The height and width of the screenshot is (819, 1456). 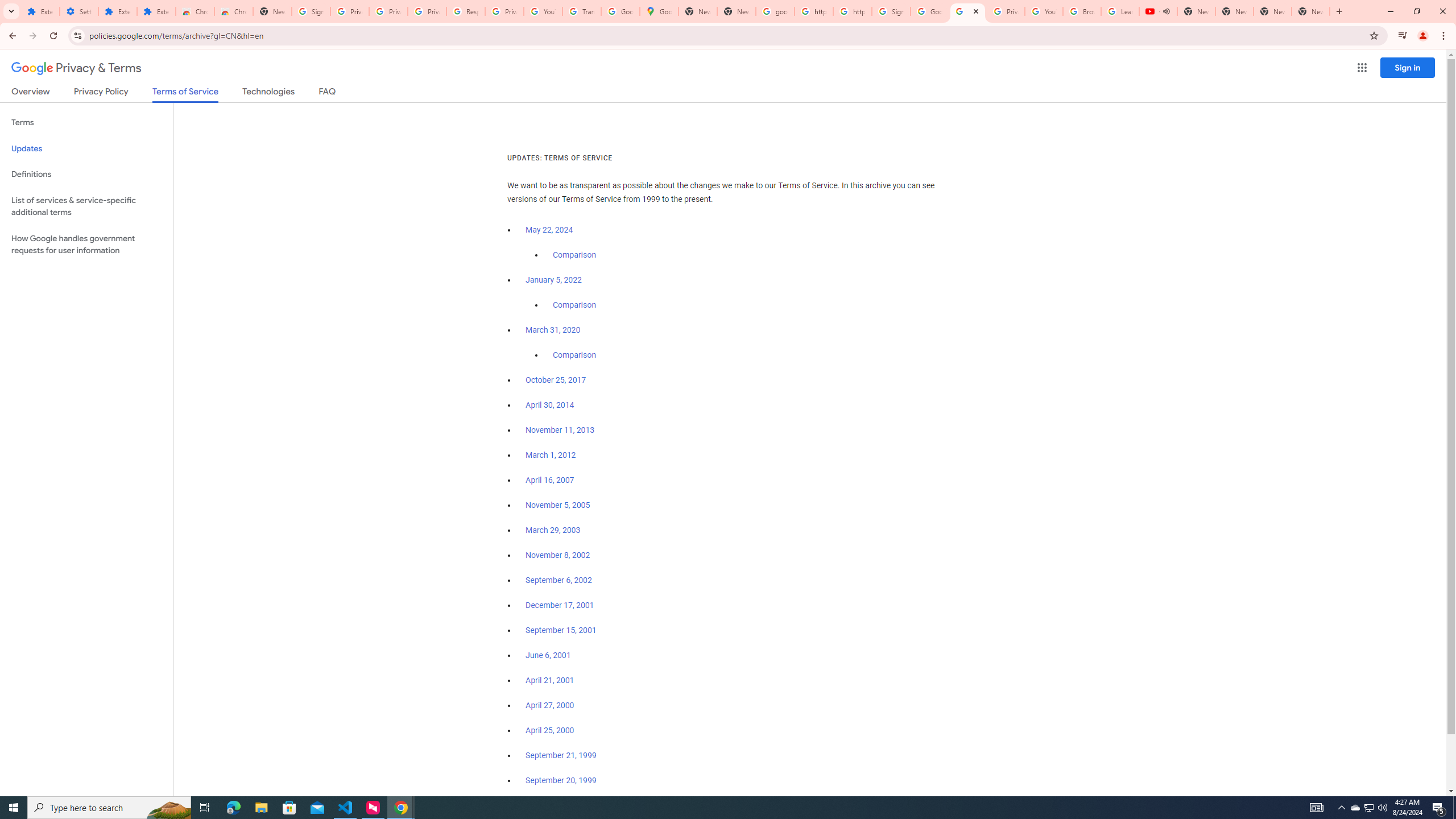 I want to click on 'Extensions', so click(x=156, y=11).